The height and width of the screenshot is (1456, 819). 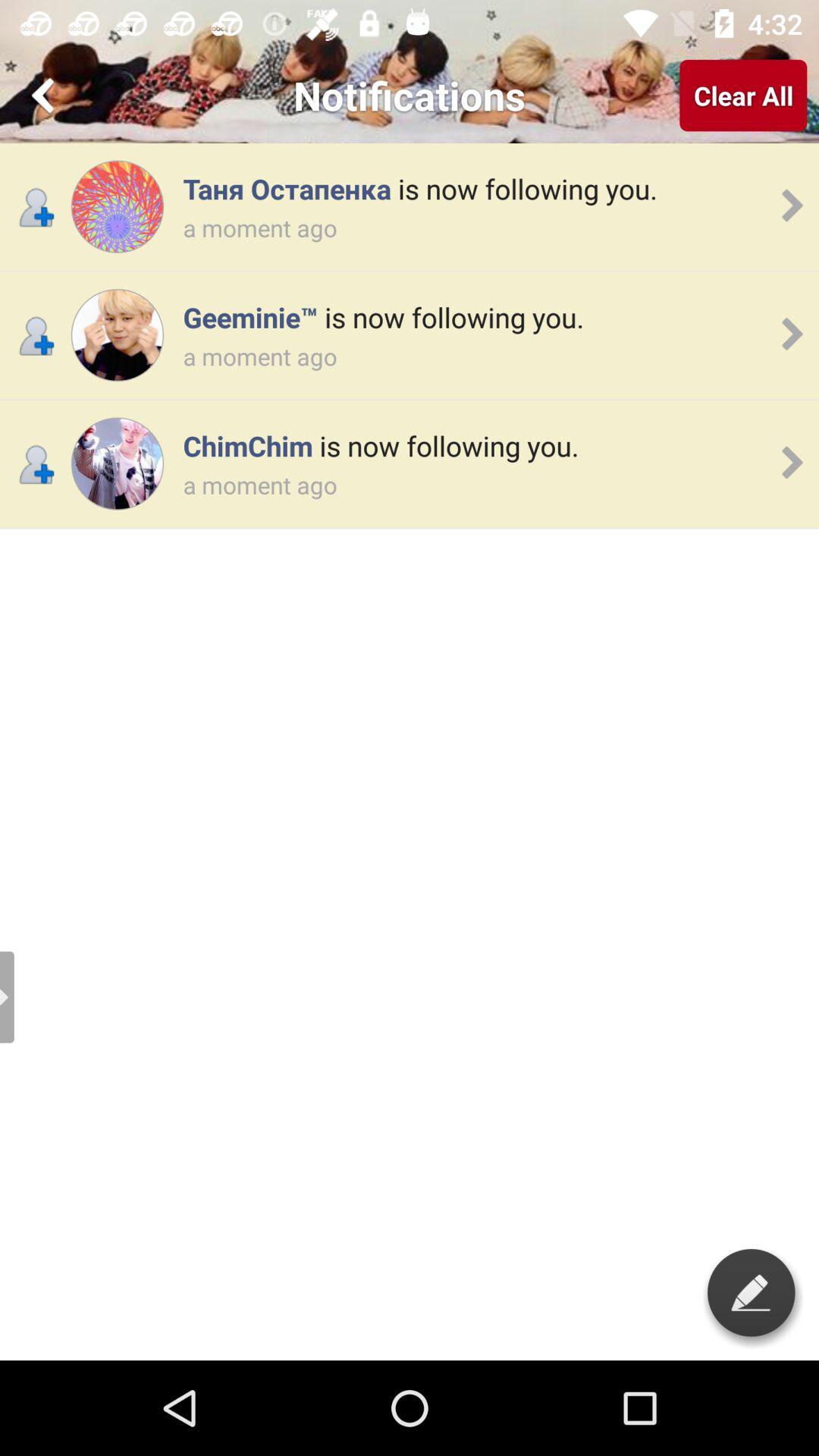 I want to click on see profile, so click(x=116, y=334).